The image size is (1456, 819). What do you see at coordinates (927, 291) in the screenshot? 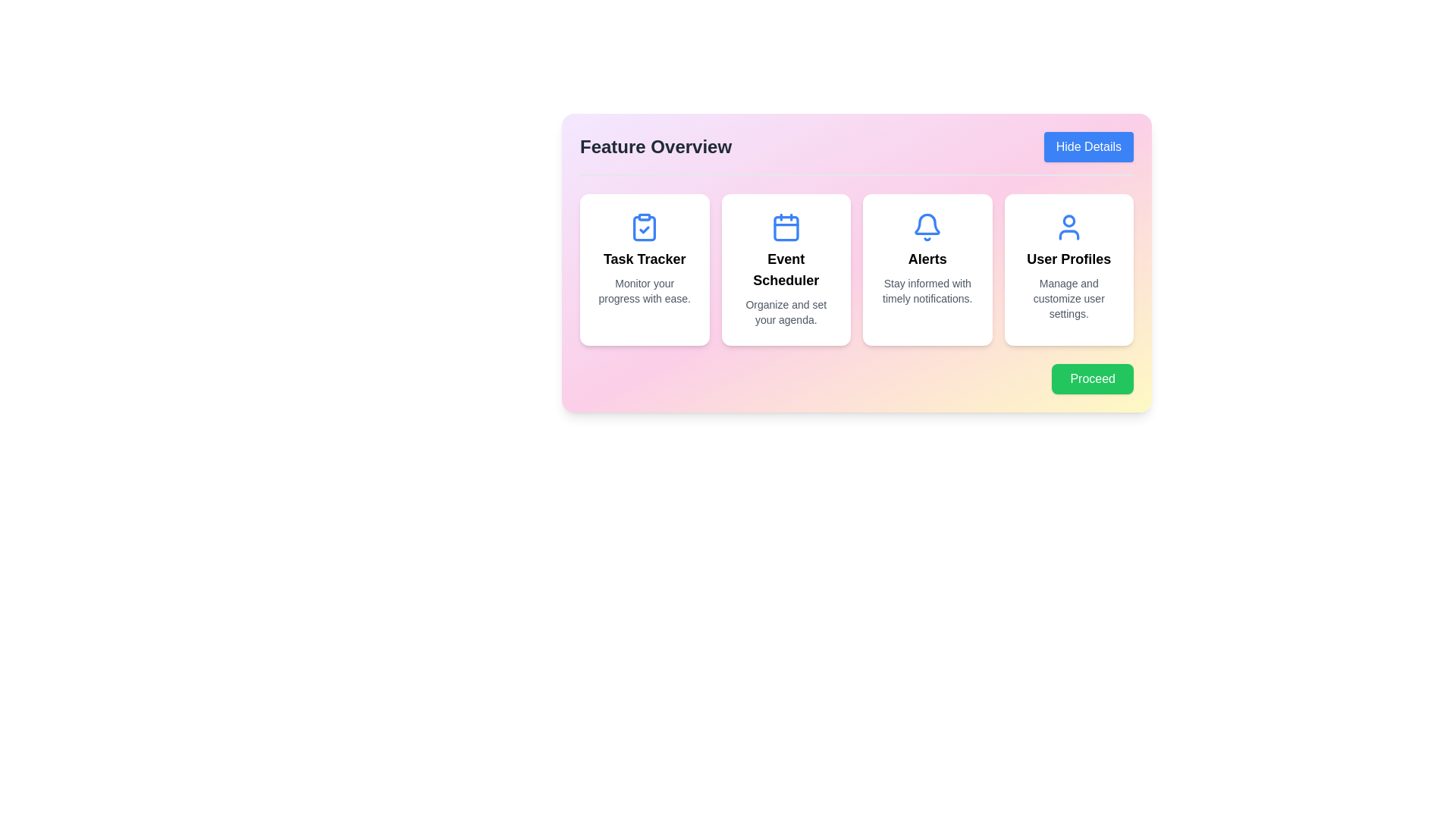
I see `the descriptive text label located beneath the title and bell icon in the 'Alerts' feature card, which is the third card from the left in a row of four feature cards` at bounding box center [927, 291].